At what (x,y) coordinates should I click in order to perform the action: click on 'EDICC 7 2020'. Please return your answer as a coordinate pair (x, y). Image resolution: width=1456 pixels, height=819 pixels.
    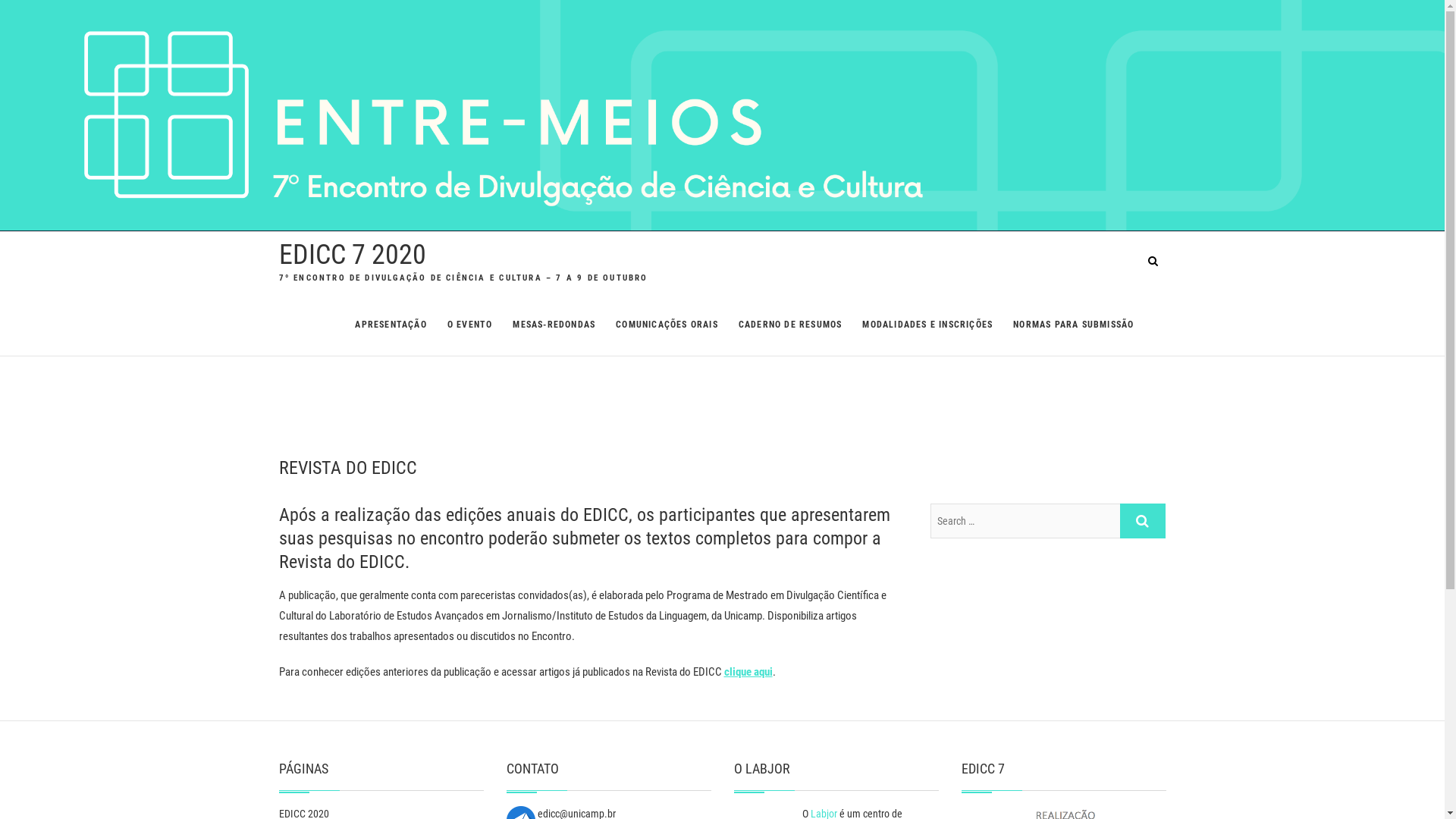
    Looking at the image, I should click on (352, 254).